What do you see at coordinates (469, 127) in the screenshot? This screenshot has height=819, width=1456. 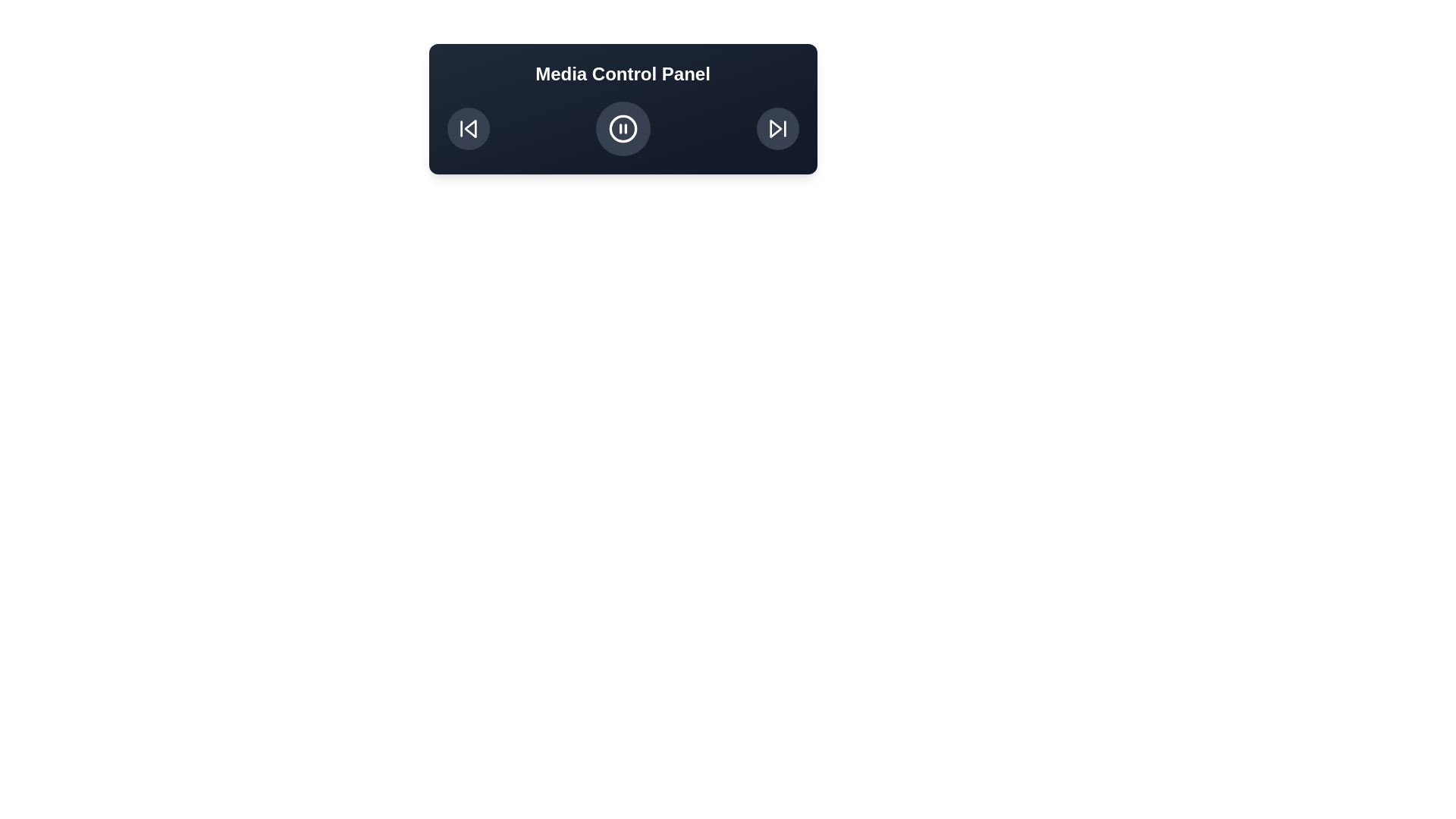 I see `the SVG line icon located in the leftmost button of the media control panel` at bounding box center [469, 127].